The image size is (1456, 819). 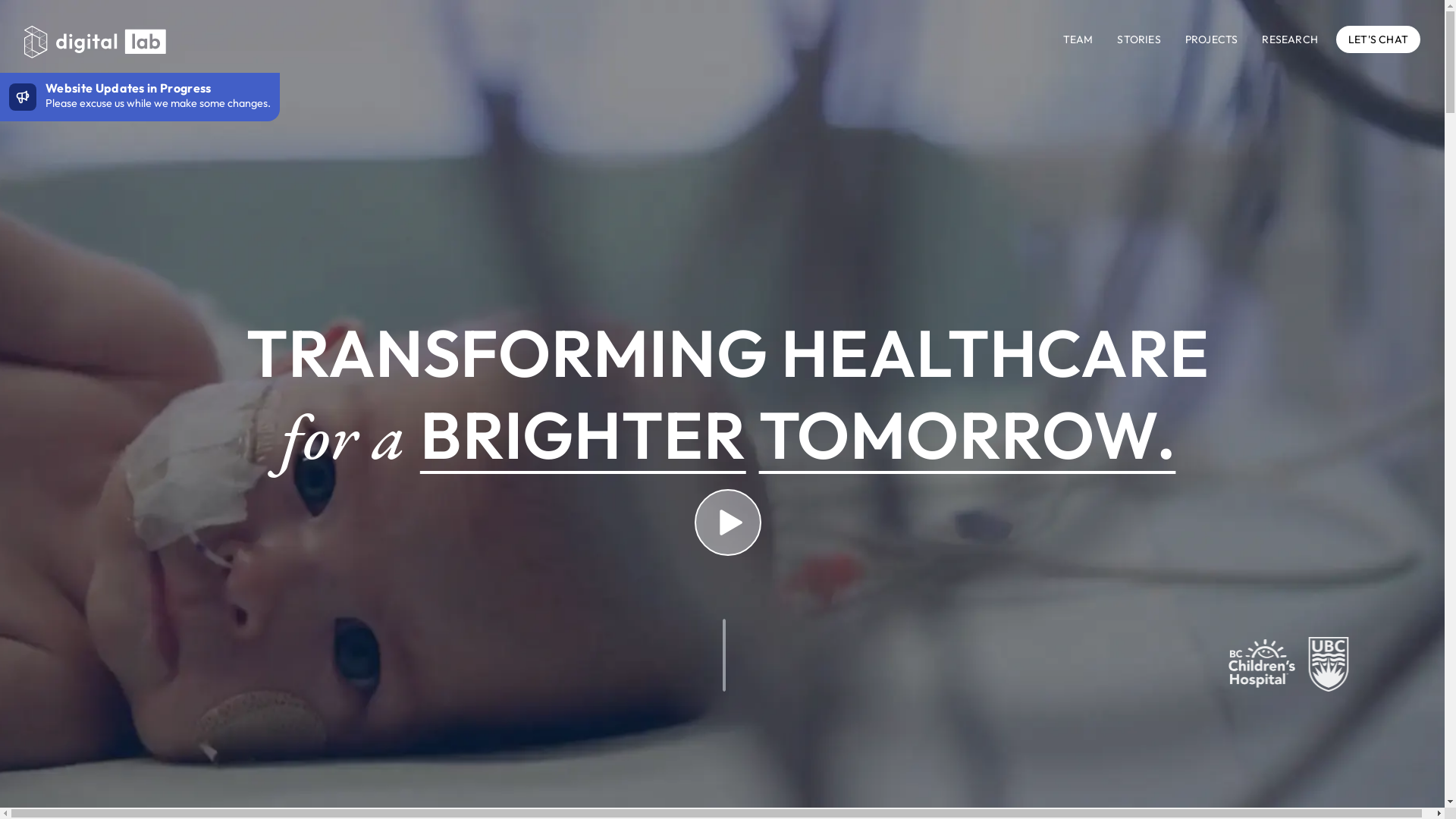 I want to click on 'STORIES', so click(x=1138, y=38).